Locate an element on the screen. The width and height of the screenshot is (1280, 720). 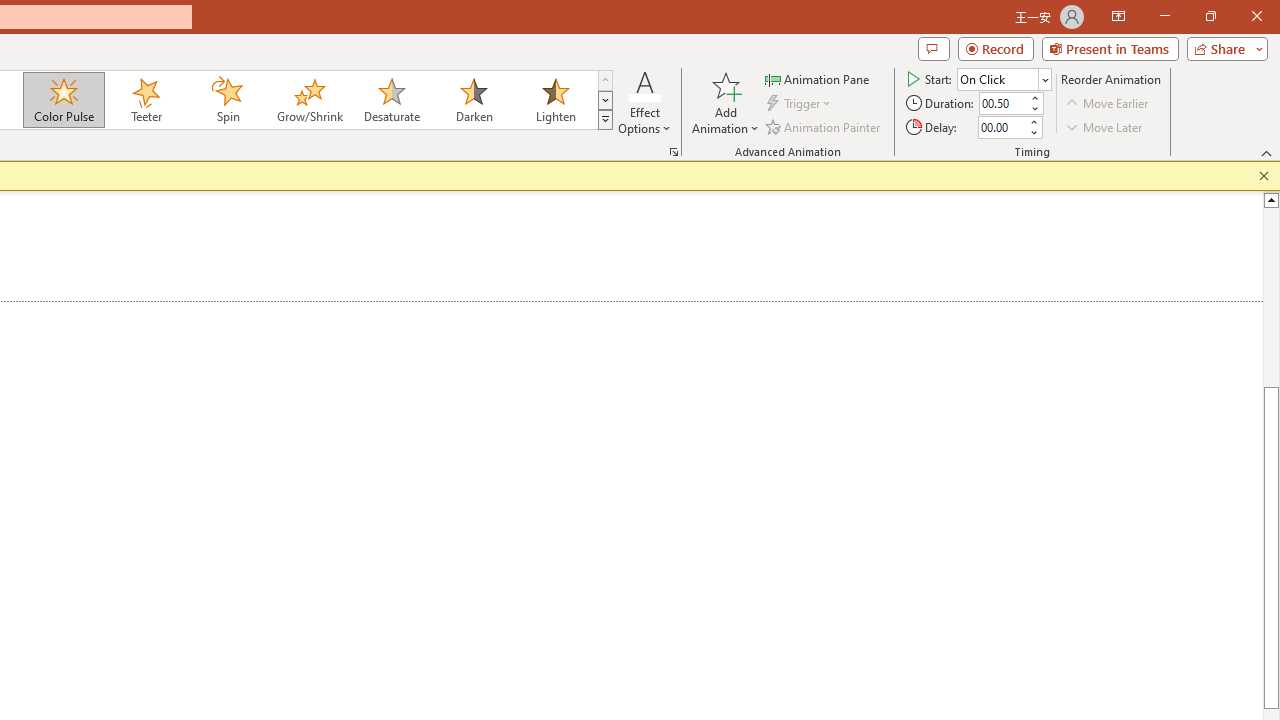
'Grow/Shrink' is located at coordinates (308, 100).